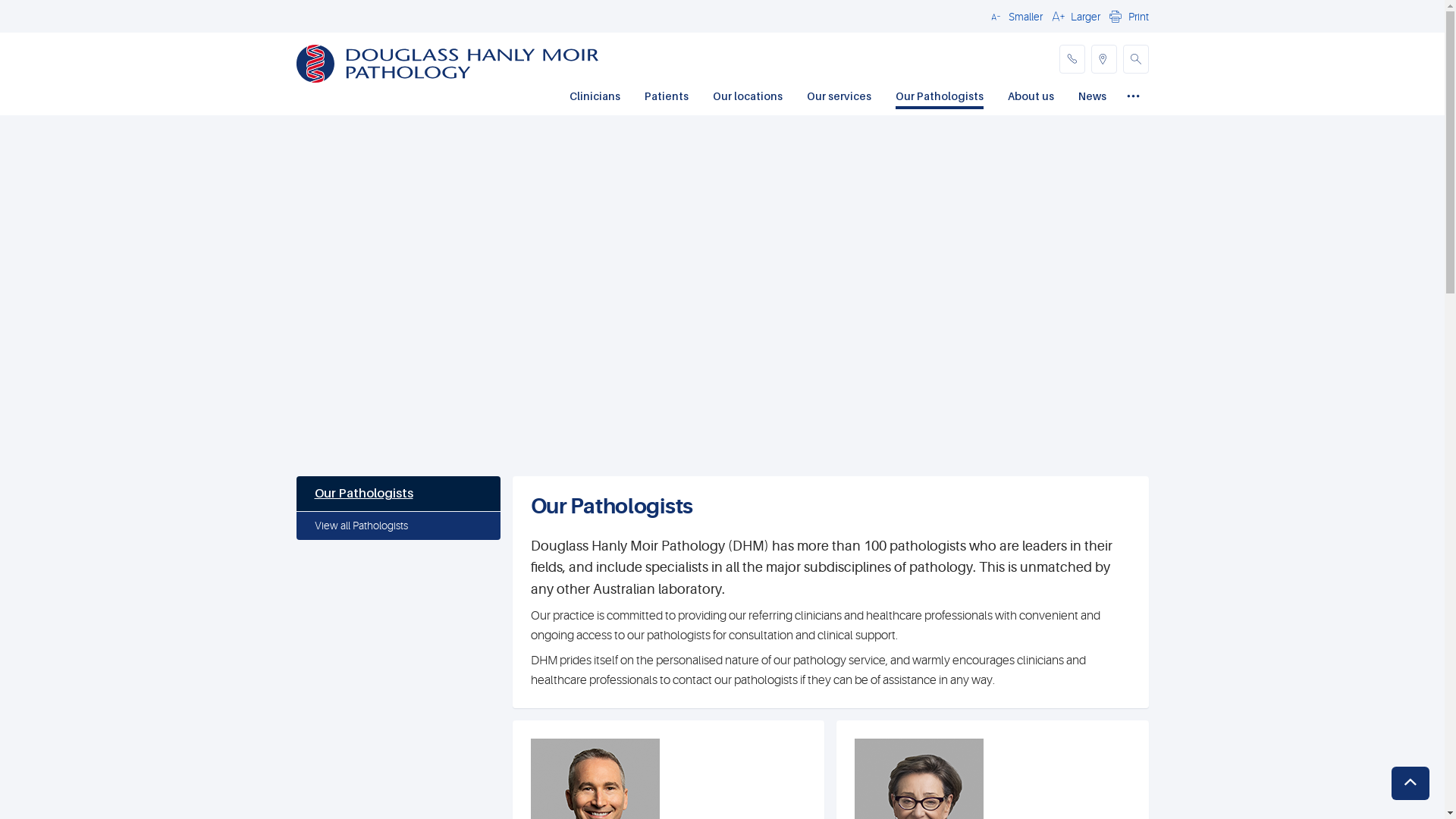  What do you see at coordinates (1070, 58) in the screenshot?
I see `'phone'` at bounding box center [1070, 58].